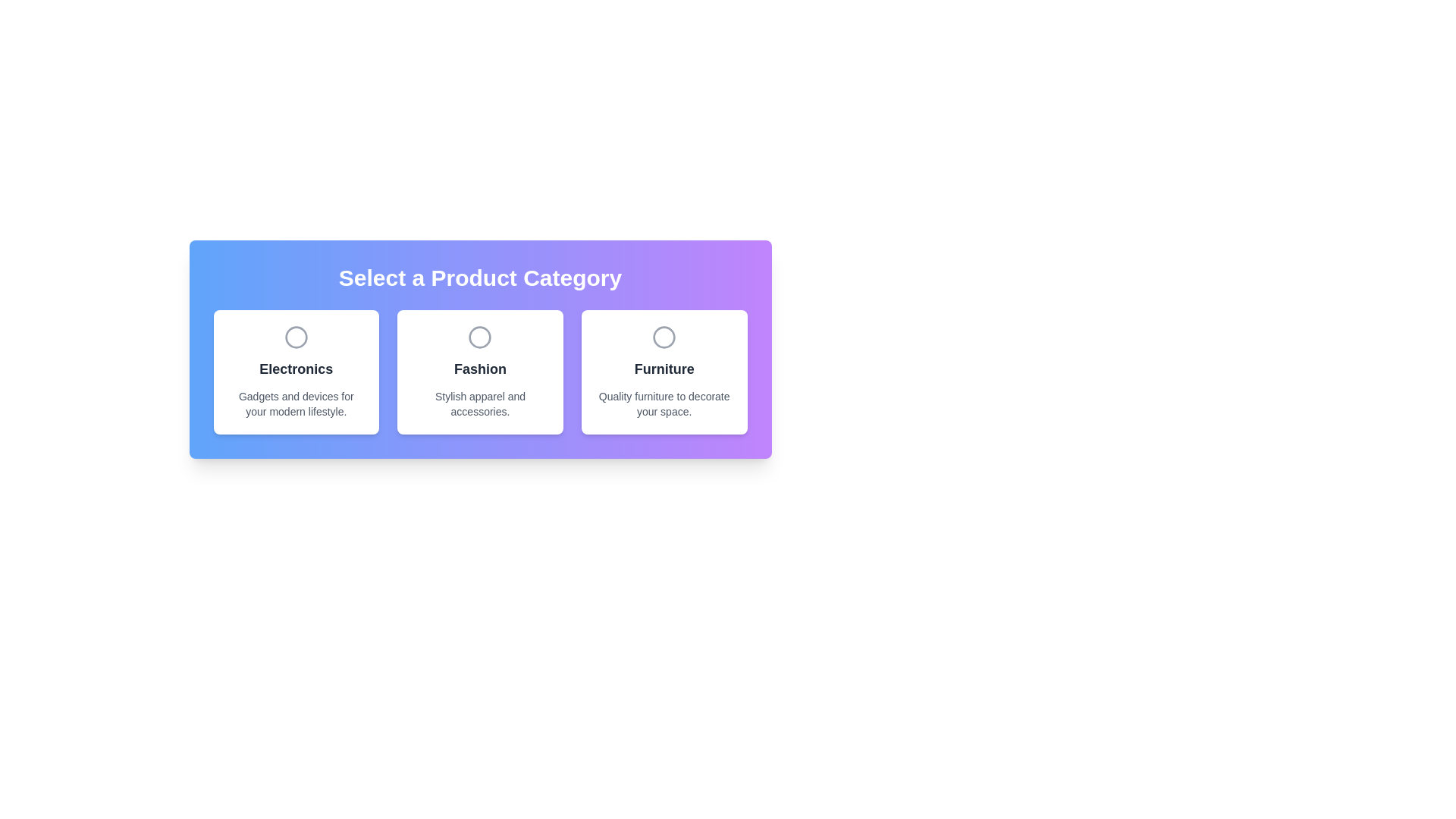 The width and height of the screenshot is (1456, 819). What do you see at coordinates (479, 372) in the screenshot?
I see `the 'Fashion' card, the second card in the grid` at bounding box center [479, 372].